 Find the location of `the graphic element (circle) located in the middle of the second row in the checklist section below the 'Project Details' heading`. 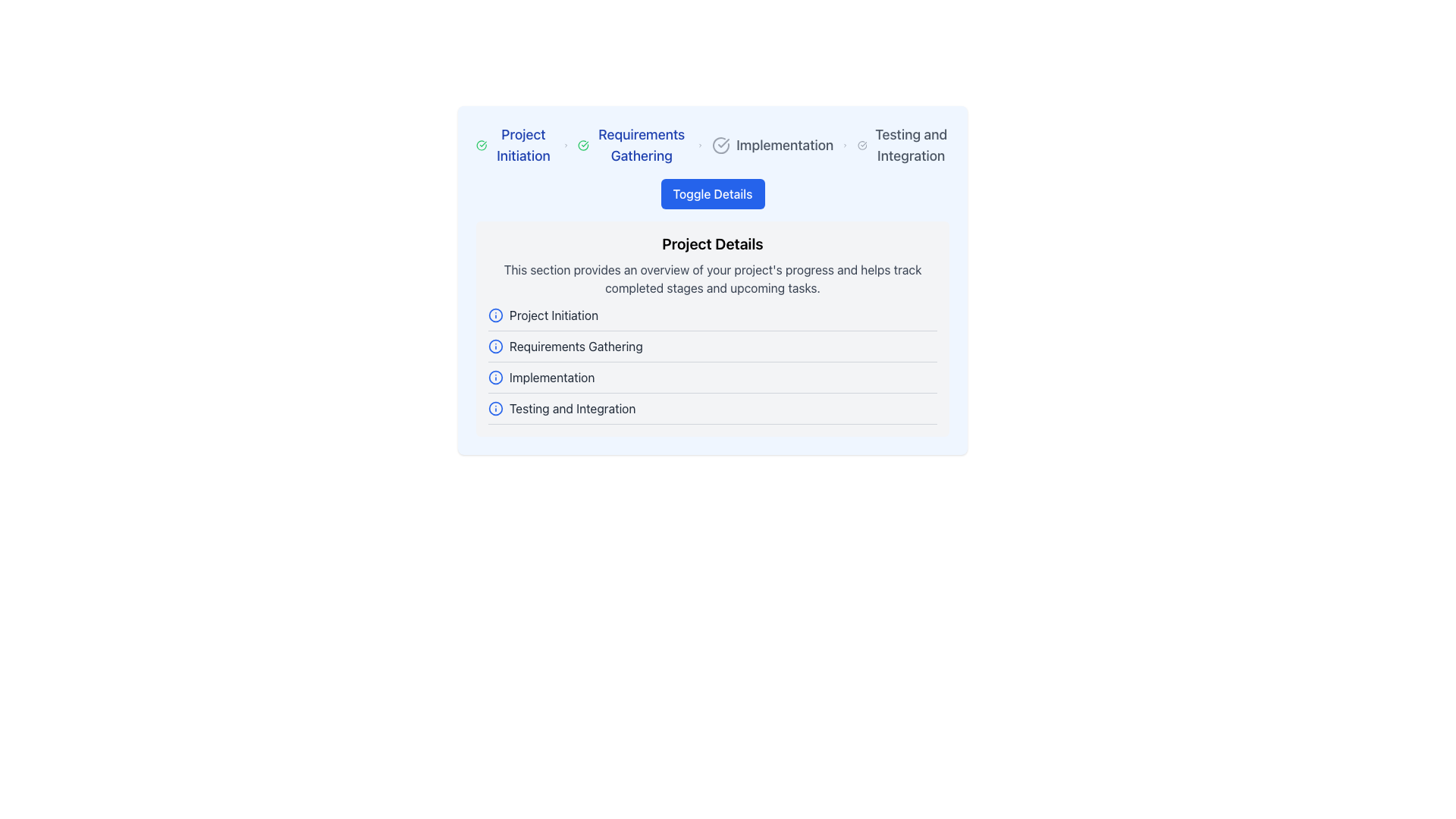

the graphic element (circle) located in the middle of the second row in the checklist section below the 'Project Details' heading is located at coordinates (495, 346).